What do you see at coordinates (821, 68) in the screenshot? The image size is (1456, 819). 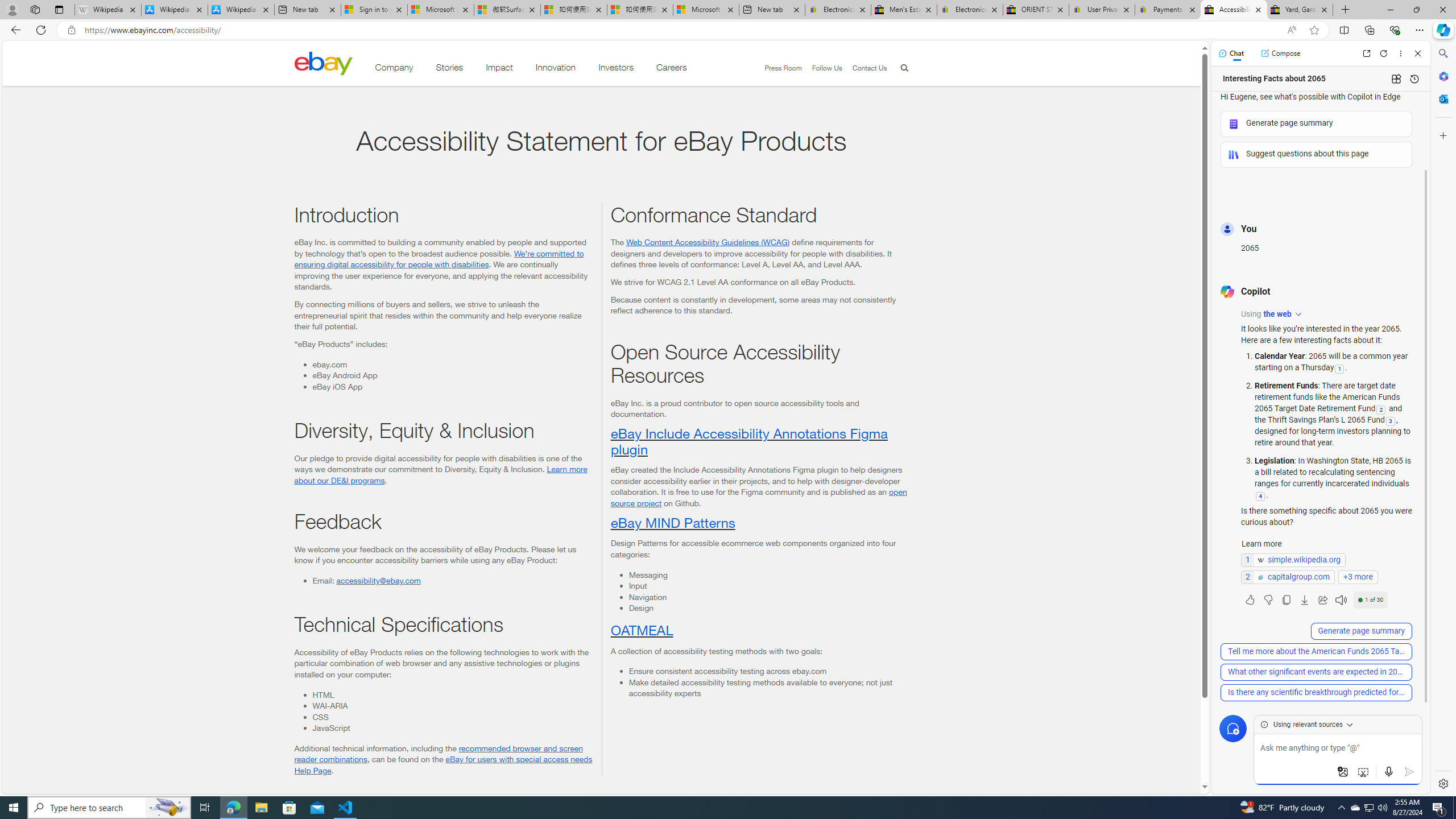 I see `'Follow Us'` at bounding box center [821, 68].